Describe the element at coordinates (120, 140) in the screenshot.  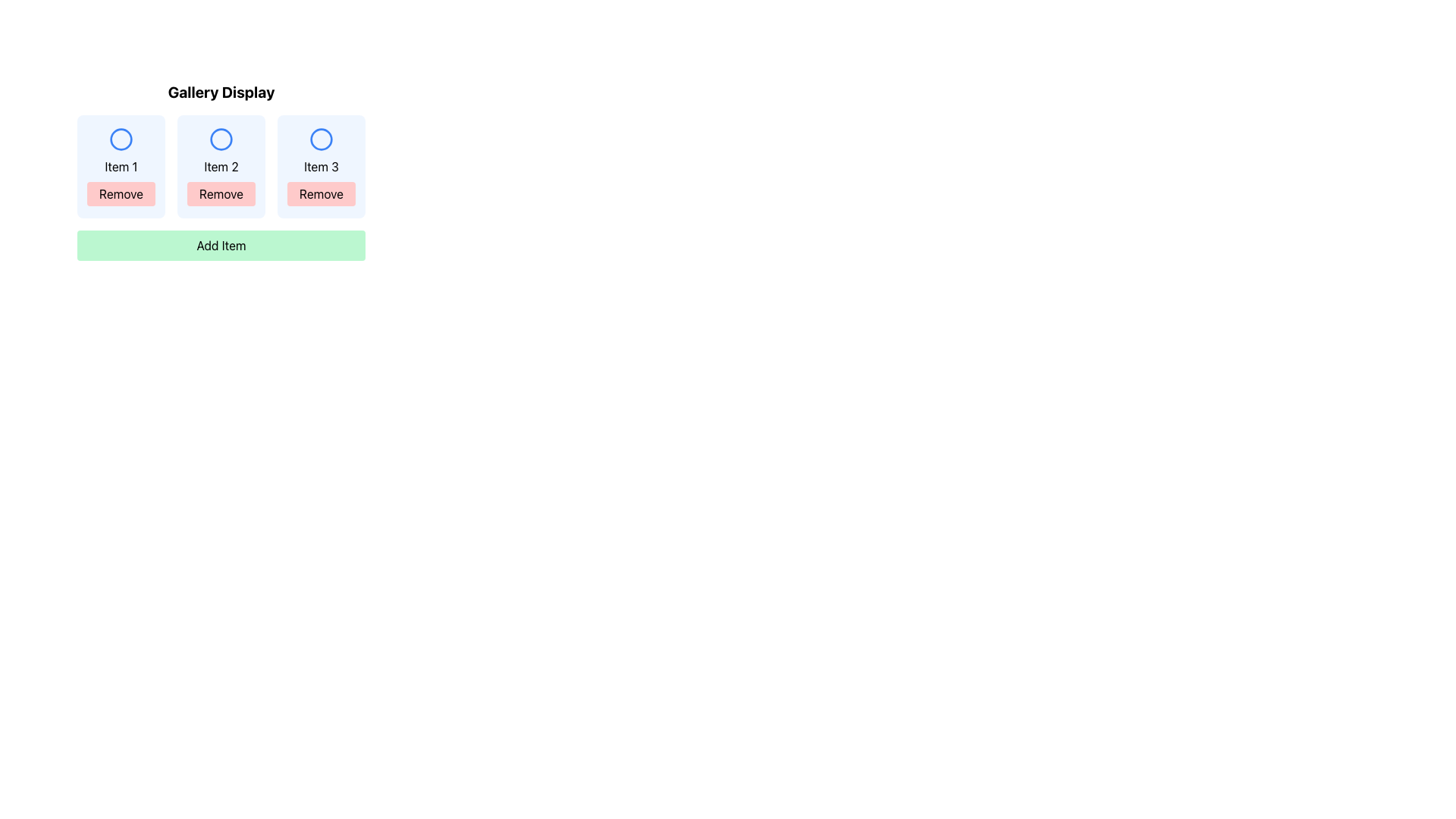
I see `the visual marker icon associated with the 'Item 1' card, positioned at the top of the card` at that location.